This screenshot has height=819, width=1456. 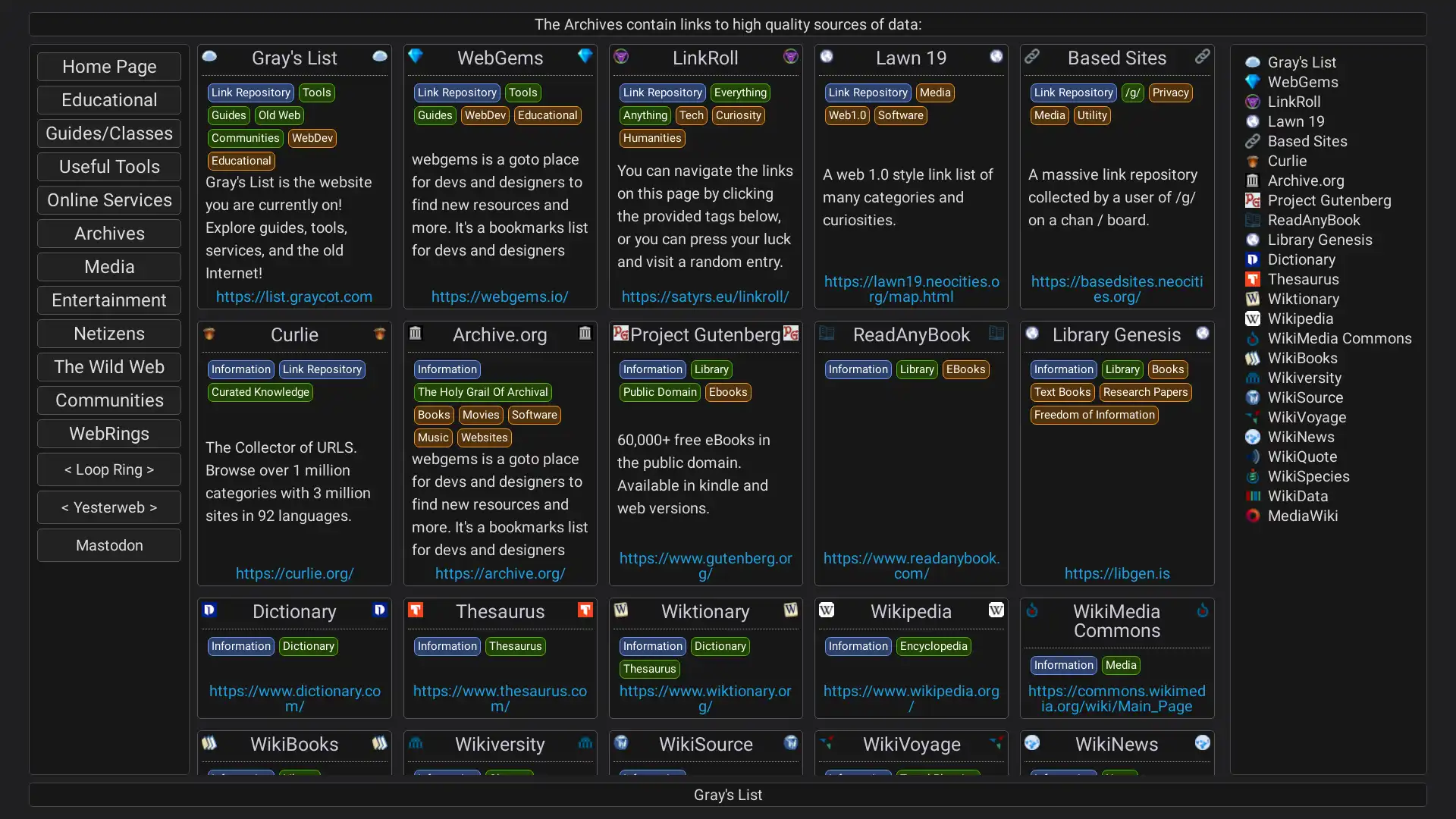 What do you see at coordinates (108, 265) in the screenshot?
I see `Media` at bounding box center [108, 265].